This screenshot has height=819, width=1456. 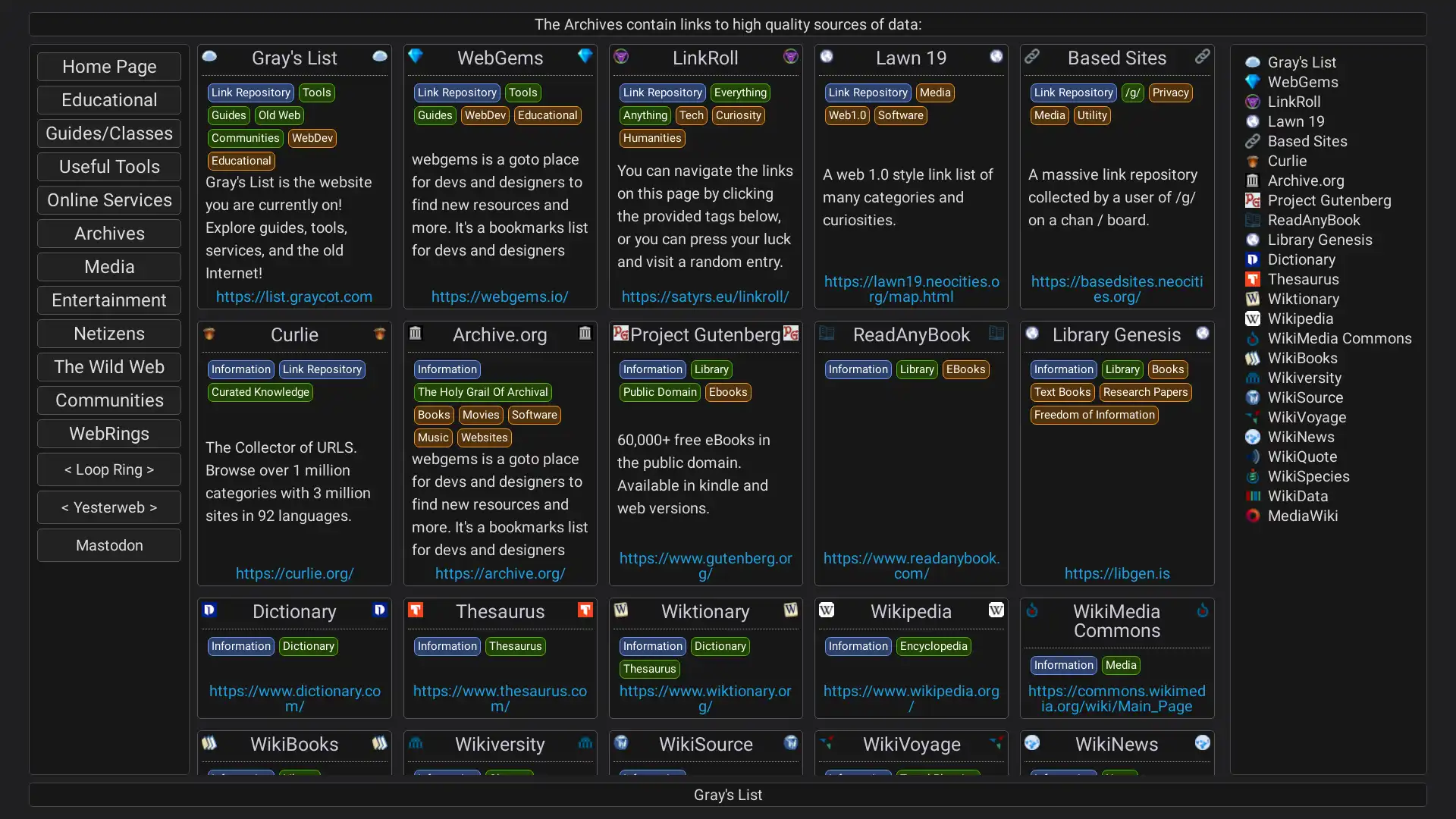 What do you see at coordinates (108, 265) in the screenshot?
I see `Media` at bounding box center [108, 265].